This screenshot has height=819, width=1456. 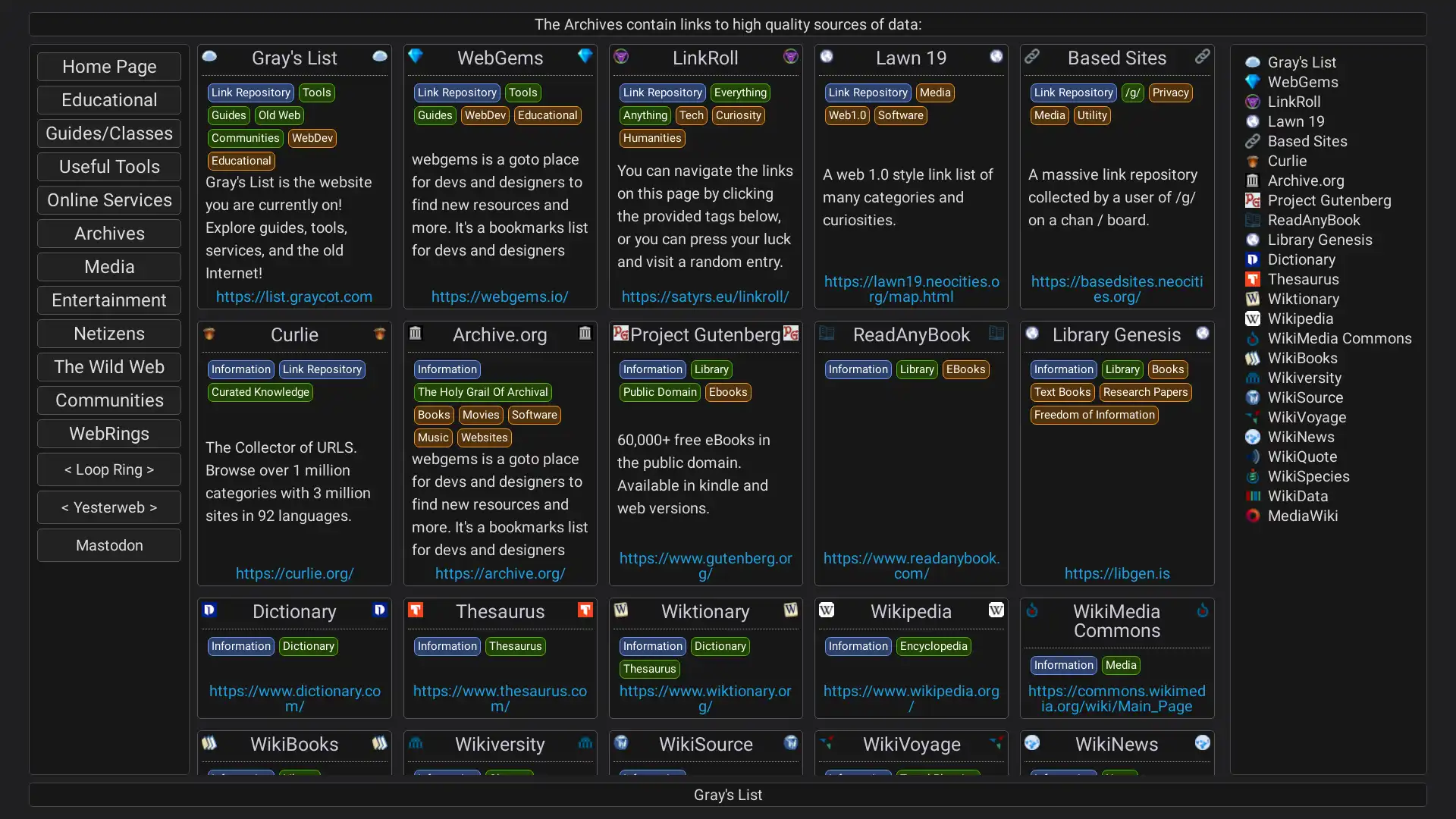 What do you see at coordinates (108, 265) in the screenshot?
I see `Media` at bounding box center [108, 265].